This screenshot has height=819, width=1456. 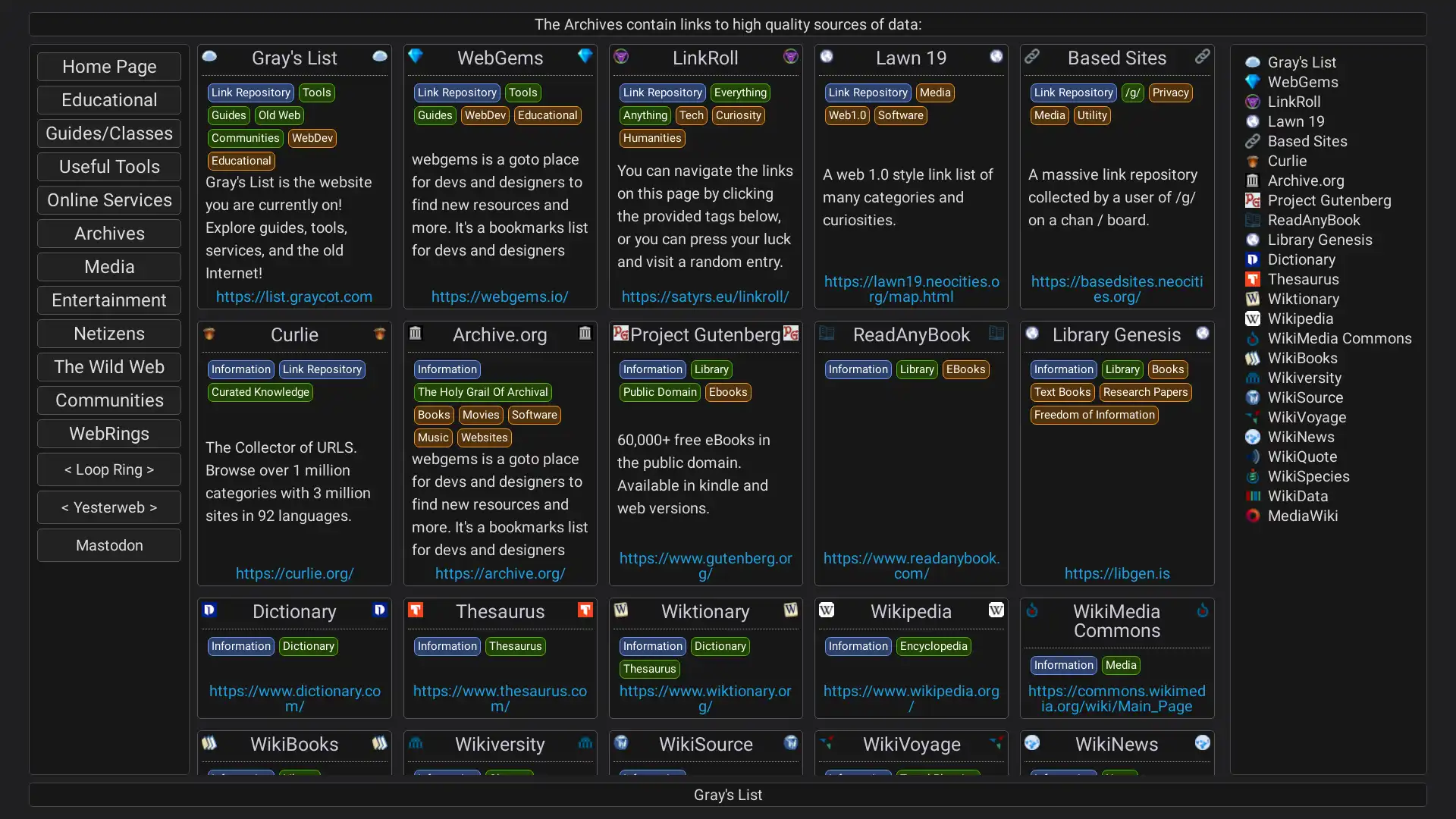 What do you see at coordinates (108, 265) in the screenshot?
I see `Media` at bounding box center [108, 265].